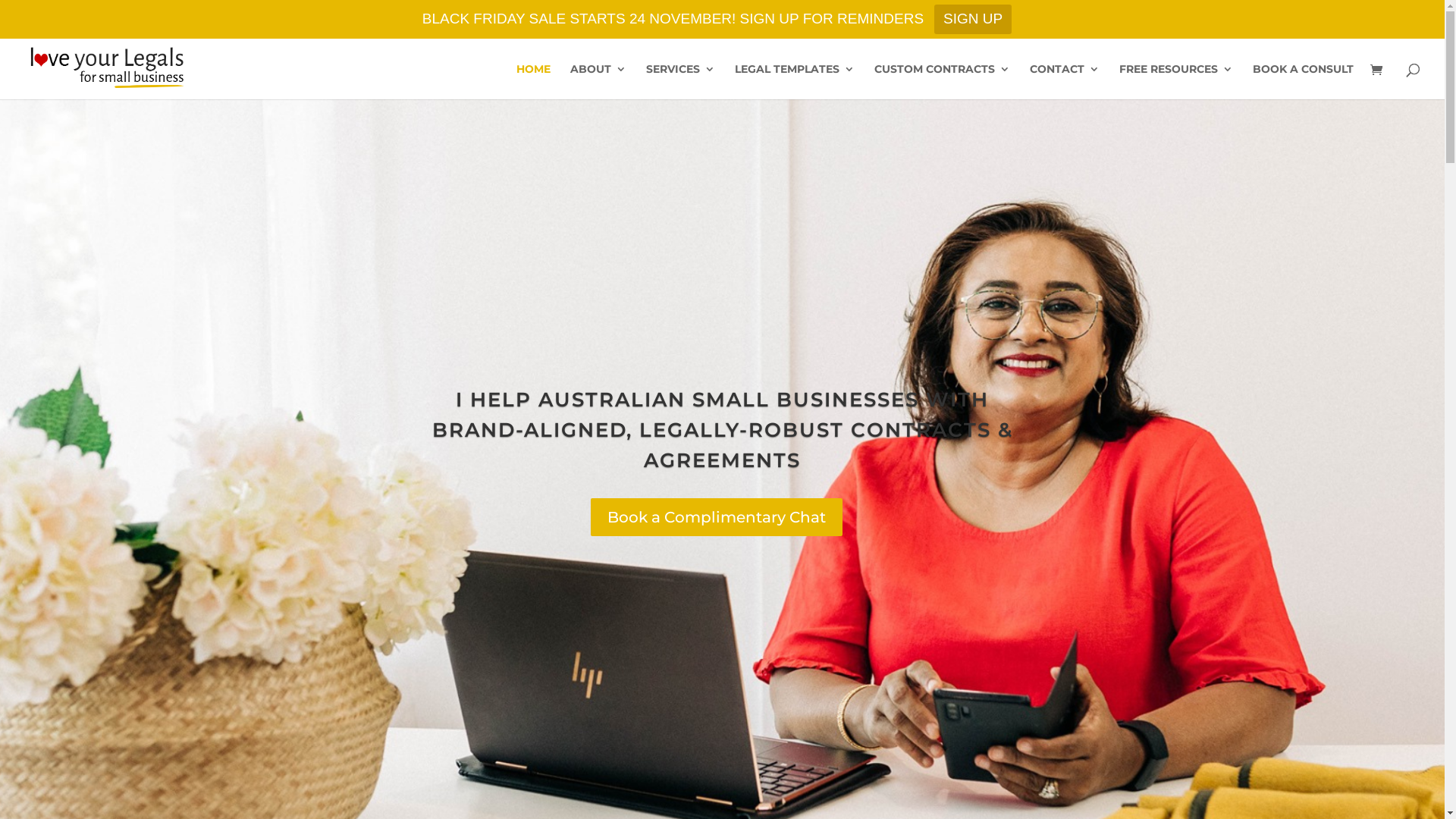 This screenshot has width=1456, height=819. What do you see at coordinates (516, 81) in the screenshot?
I see `'HOME'` at bounding box center [516, 81].